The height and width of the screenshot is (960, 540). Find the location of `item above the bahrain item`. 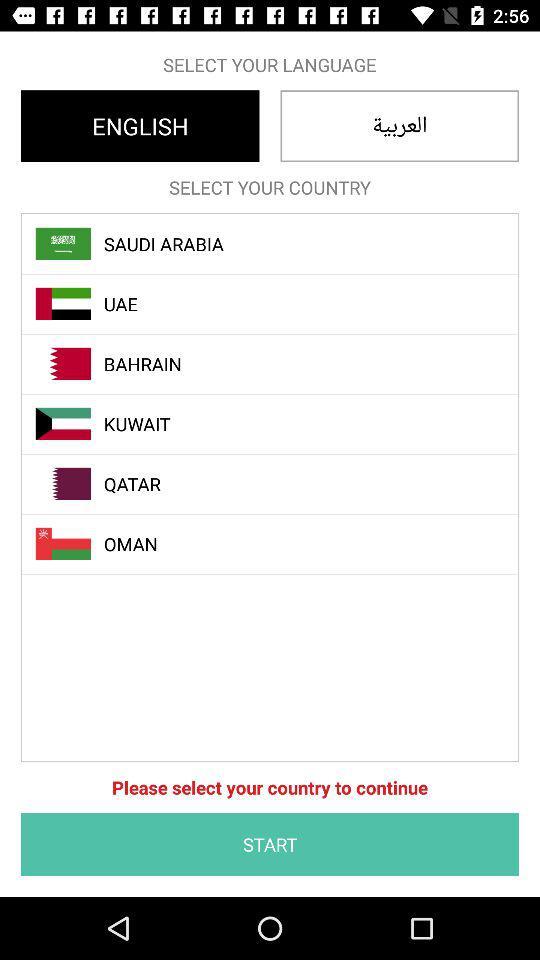

item above the bahrain item is located at coordinates (280, 304).